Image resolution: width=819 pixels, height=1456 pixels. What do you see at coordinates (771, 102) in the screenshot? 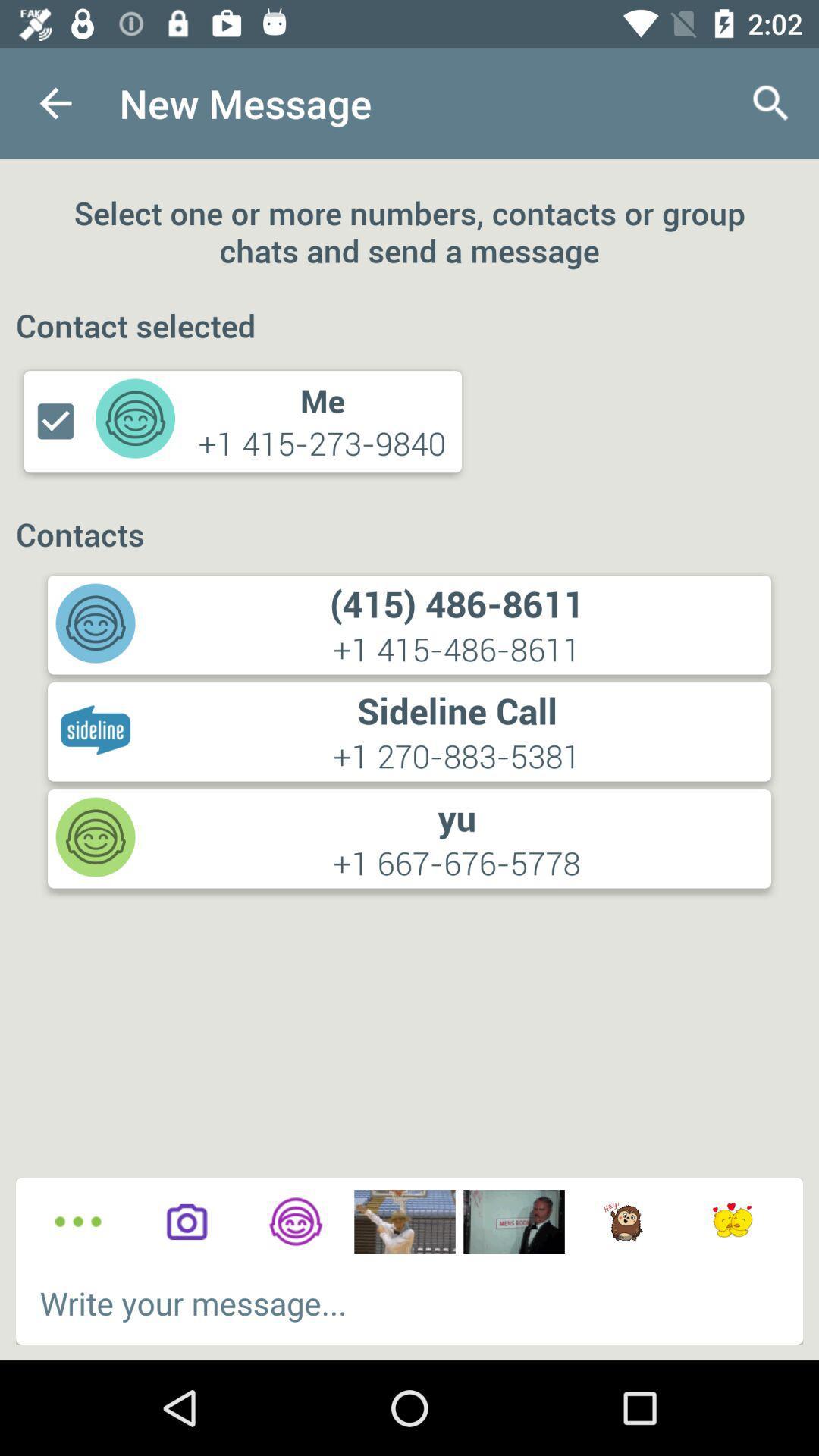
I see `icon at the top right corner` at bounding box center [771, 102].